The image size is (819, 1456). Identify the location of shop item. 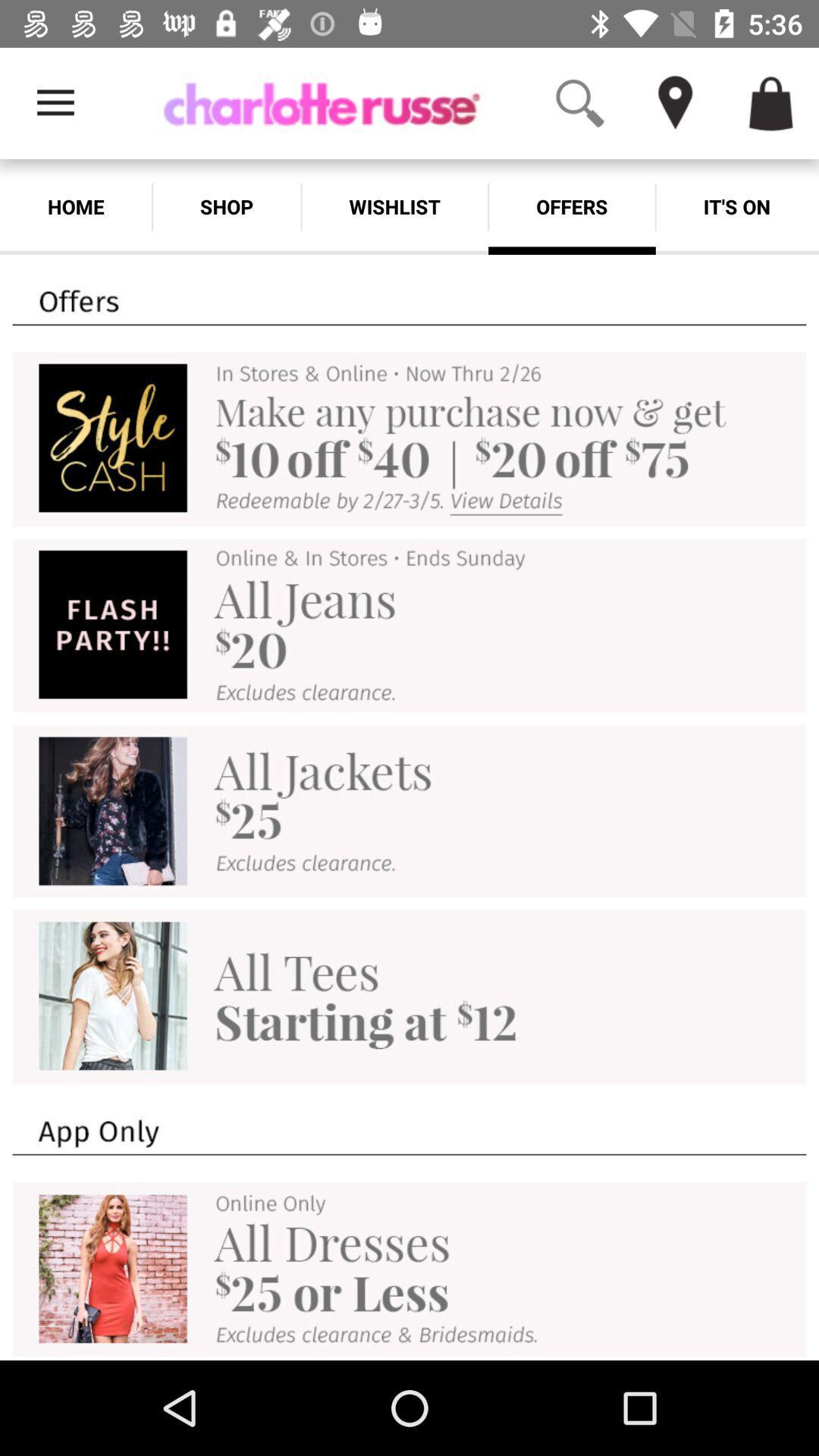
(227, 206).